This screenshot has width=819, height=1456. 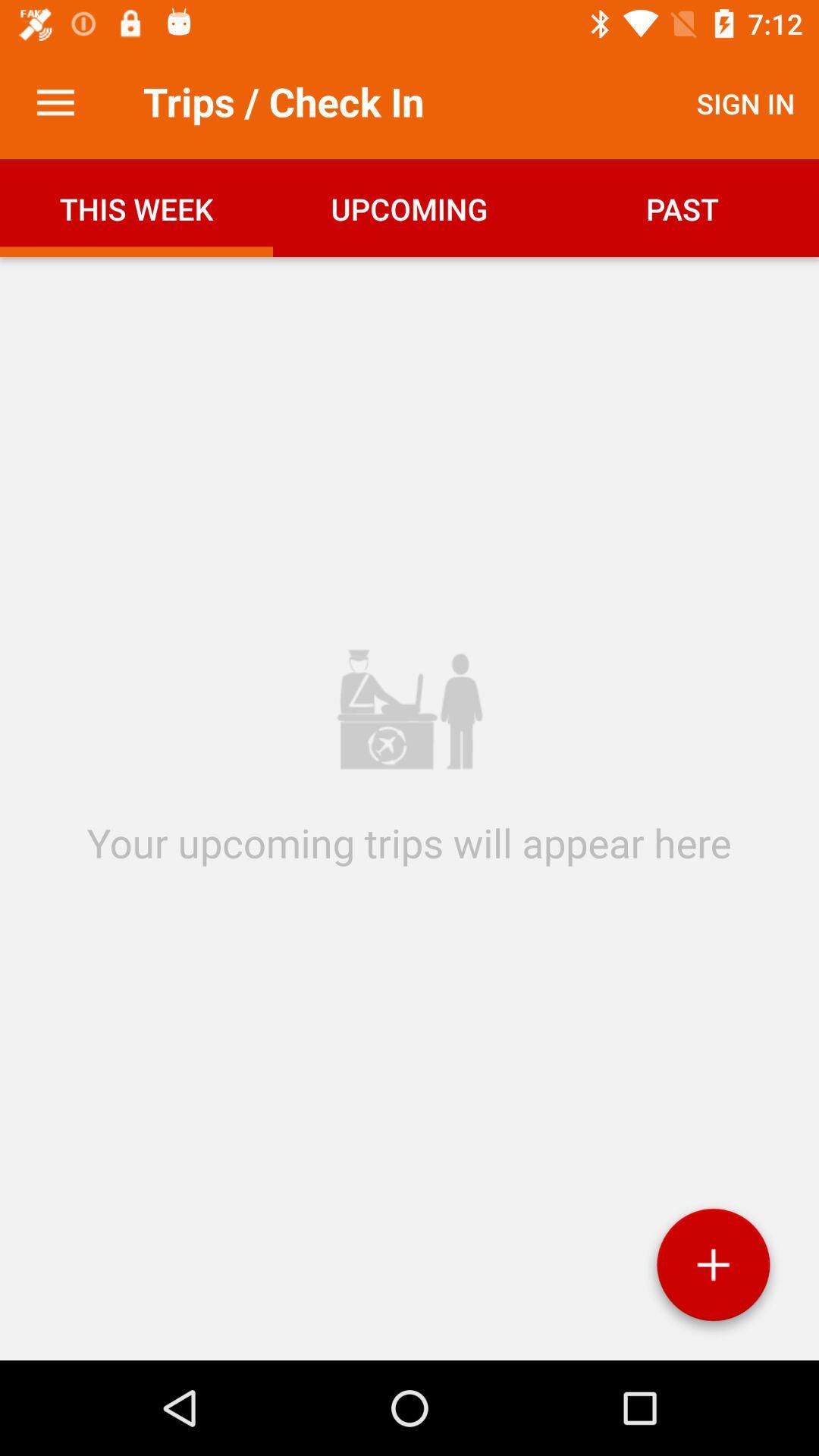 I want to click on sign in item, so click(x=745, y=102).